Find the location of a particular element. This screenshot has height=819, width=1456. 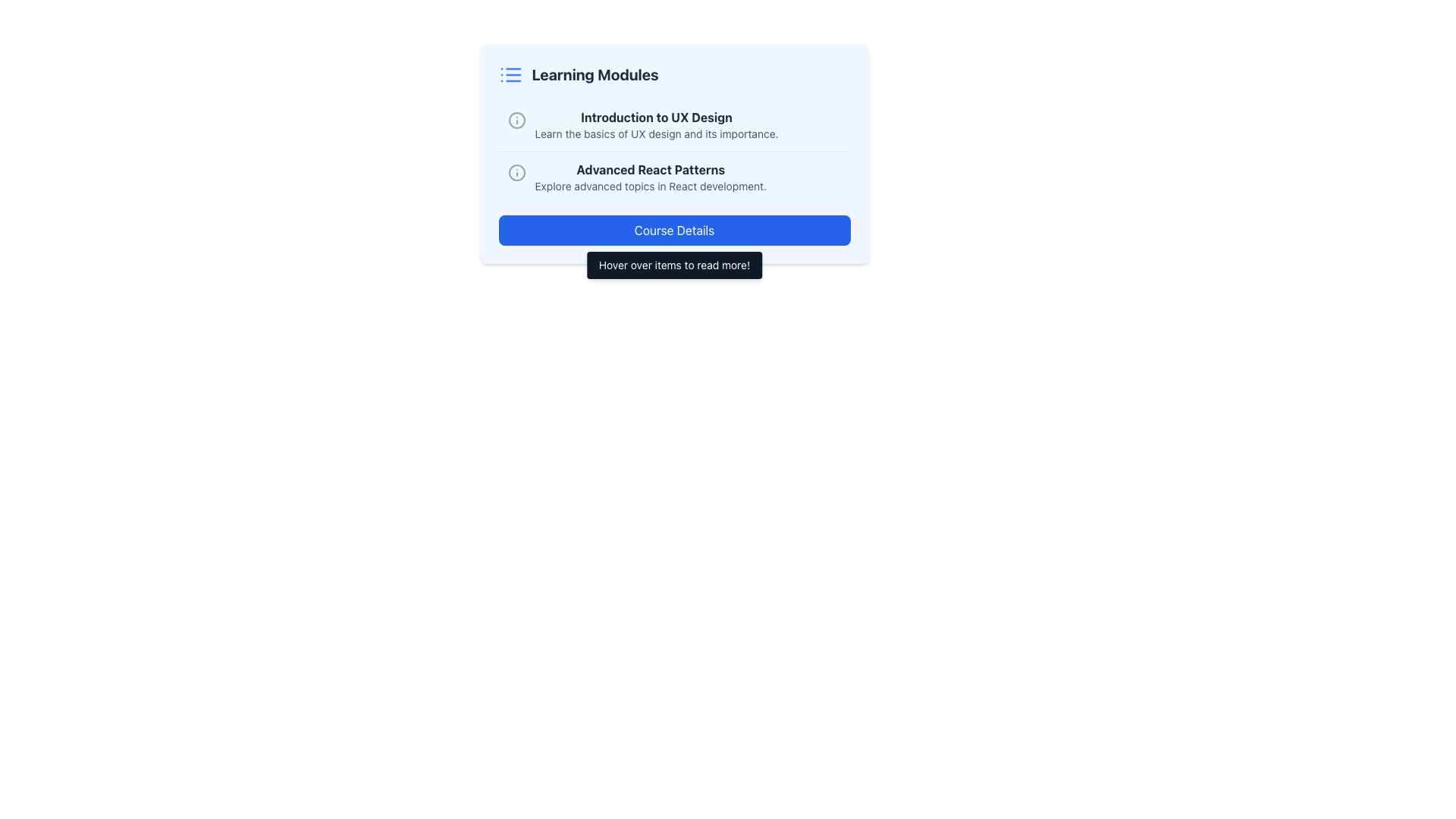

the 'Learning Modules' static text element, which is bold, large, and dark gray, located near the top-center of the content box on a light blue background is located at coordinates (595, 75).